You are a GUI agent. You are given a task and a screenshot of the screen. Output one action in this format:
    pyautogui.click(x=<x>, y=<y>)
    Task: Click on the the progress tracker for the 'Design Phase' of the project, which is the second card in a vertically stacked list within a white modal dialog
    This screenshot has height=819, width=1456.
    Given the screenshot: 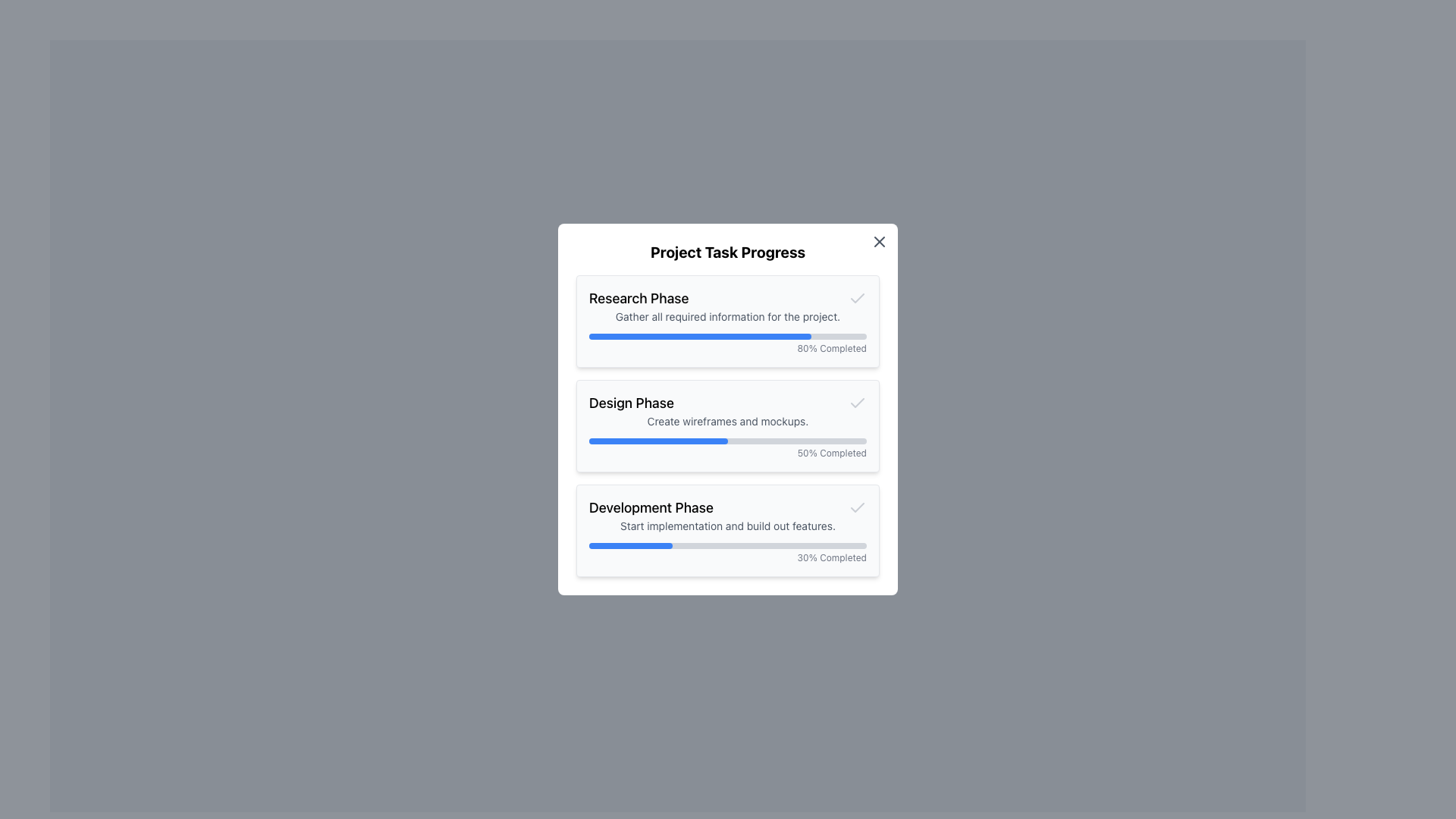 What is the action you would take?
    pyautogui.click(x=728, y=409)
    